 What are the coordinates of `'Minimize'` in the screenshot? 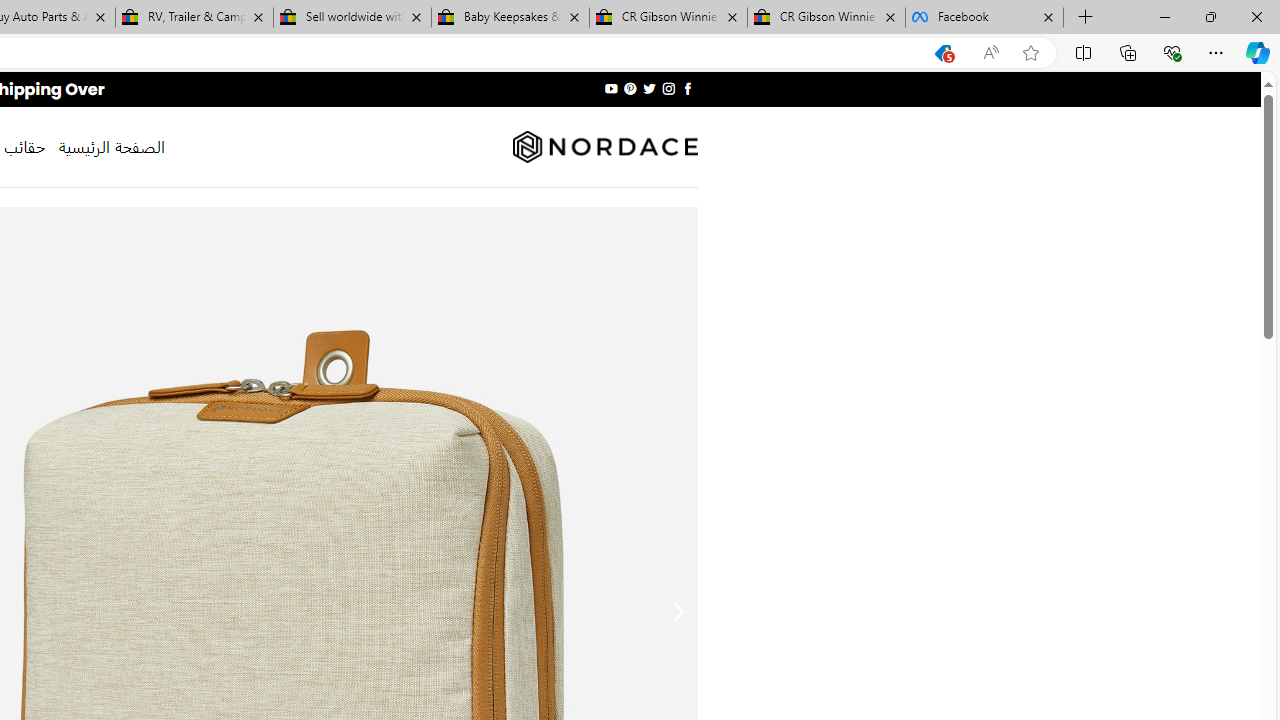 It's located at (1164, 16).